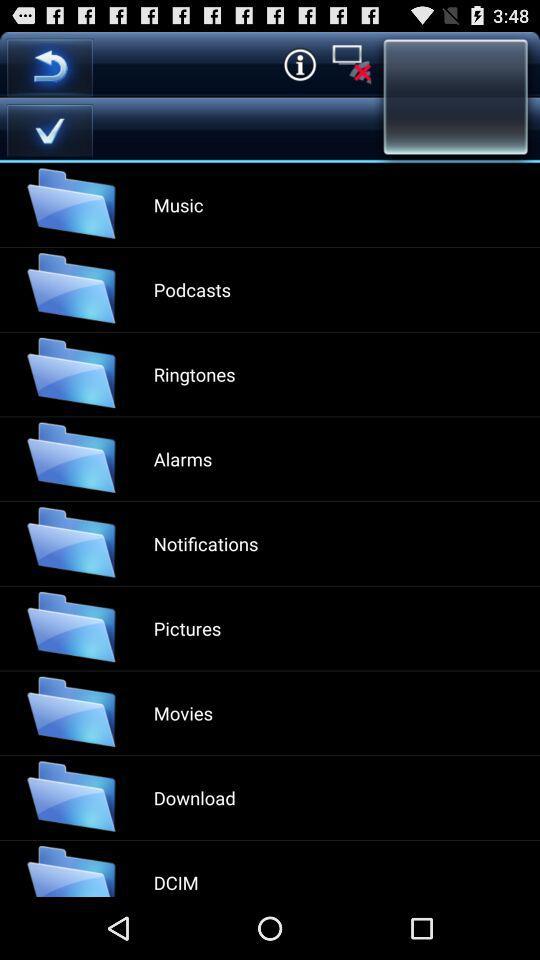 The height and width of the screenshot is (960, 540). What do you see at coordinates (50, 71) in the screenshot?
I see `the undo icon` at bounding box center [50, 71].